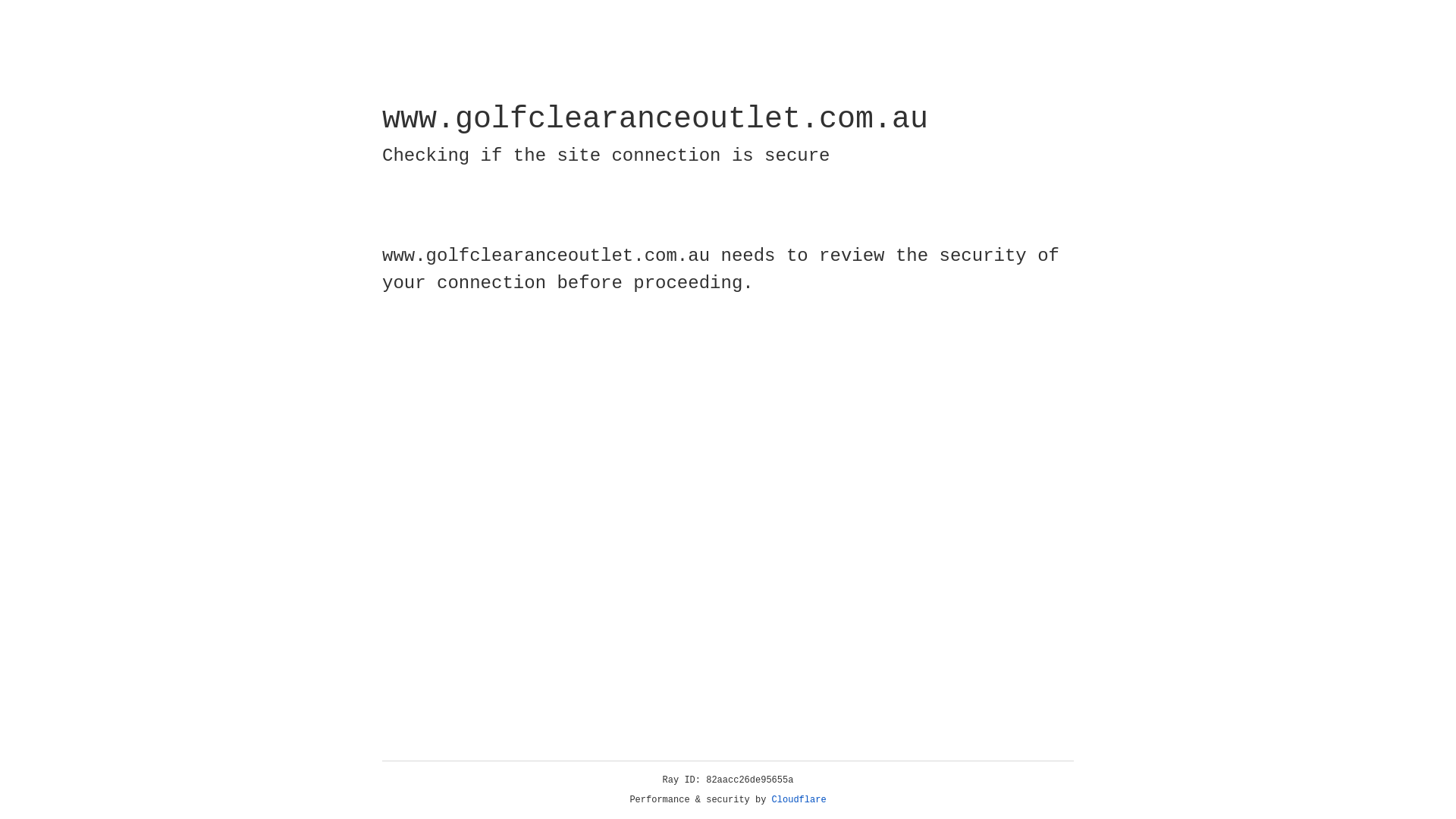  Describe the element at coordinates (799, 799) in the screenshot. I see `'Cloudflare'` at that location.